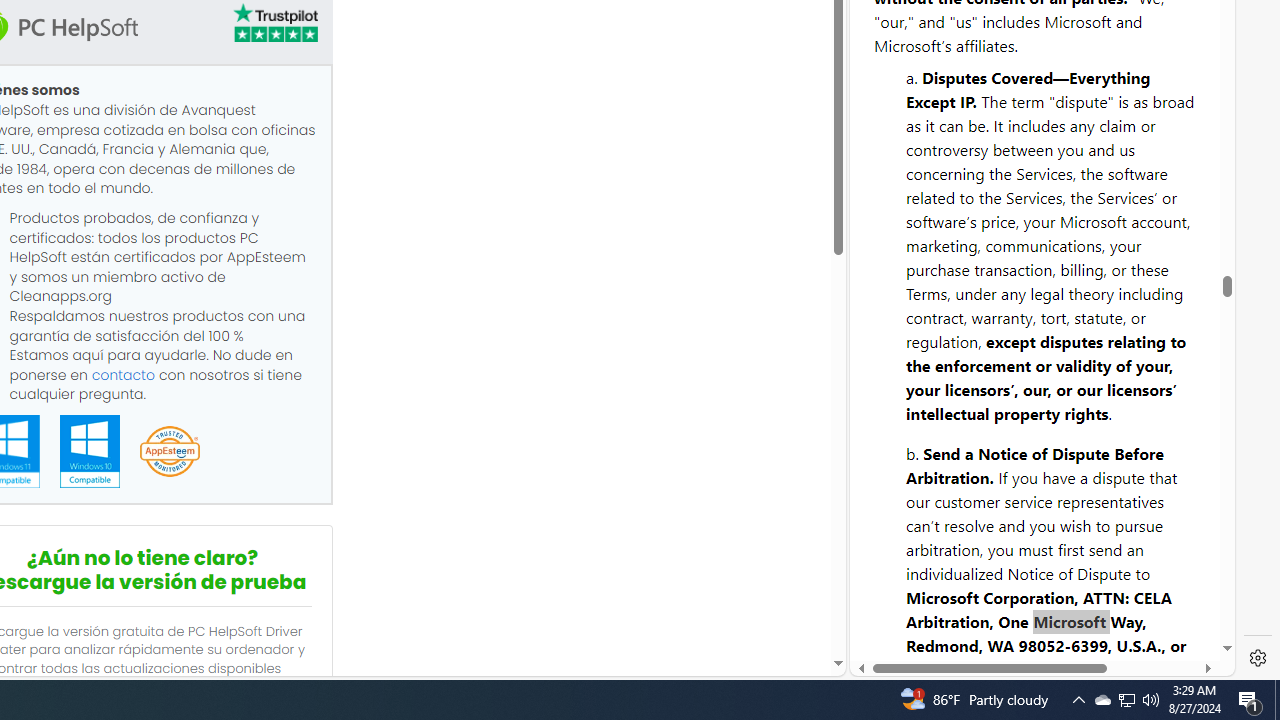 This screenshot has height=720, width=1280. I want to click on 'TrustPilot', so click(273, 26).